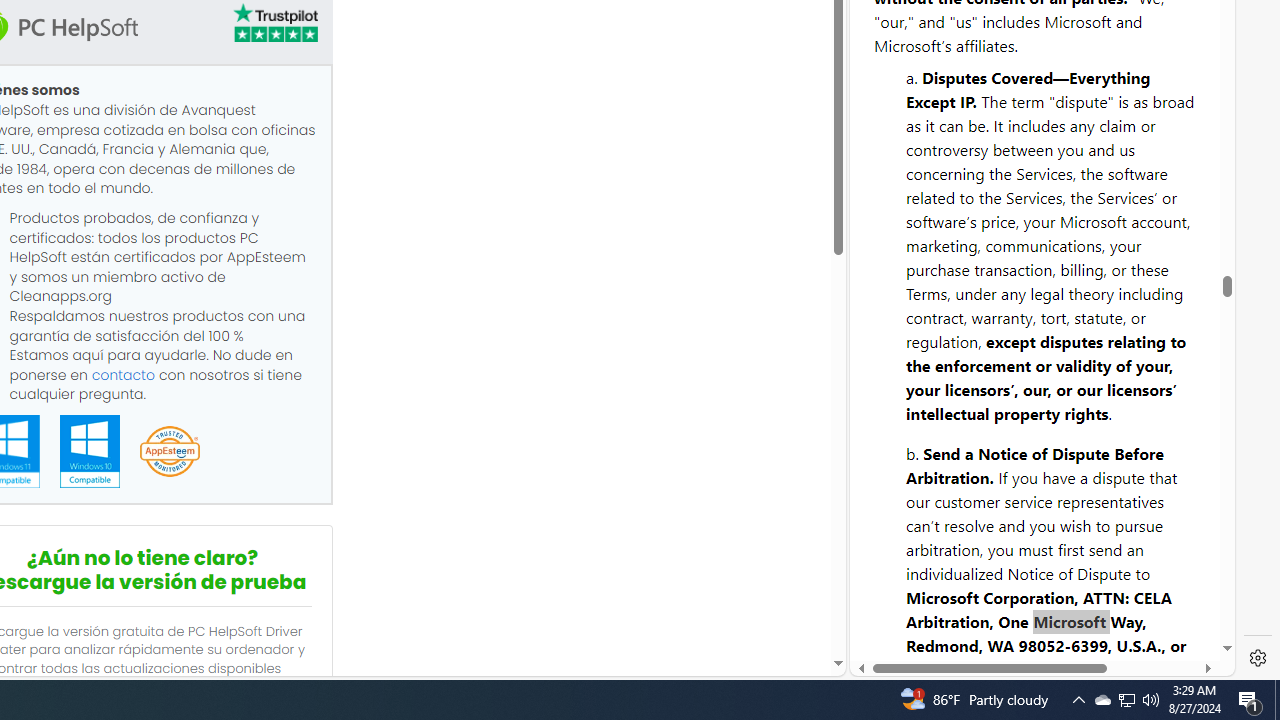 This screenshot has height=720, width=1280. I want to click on 'TrustPilot', so click(273, 26).